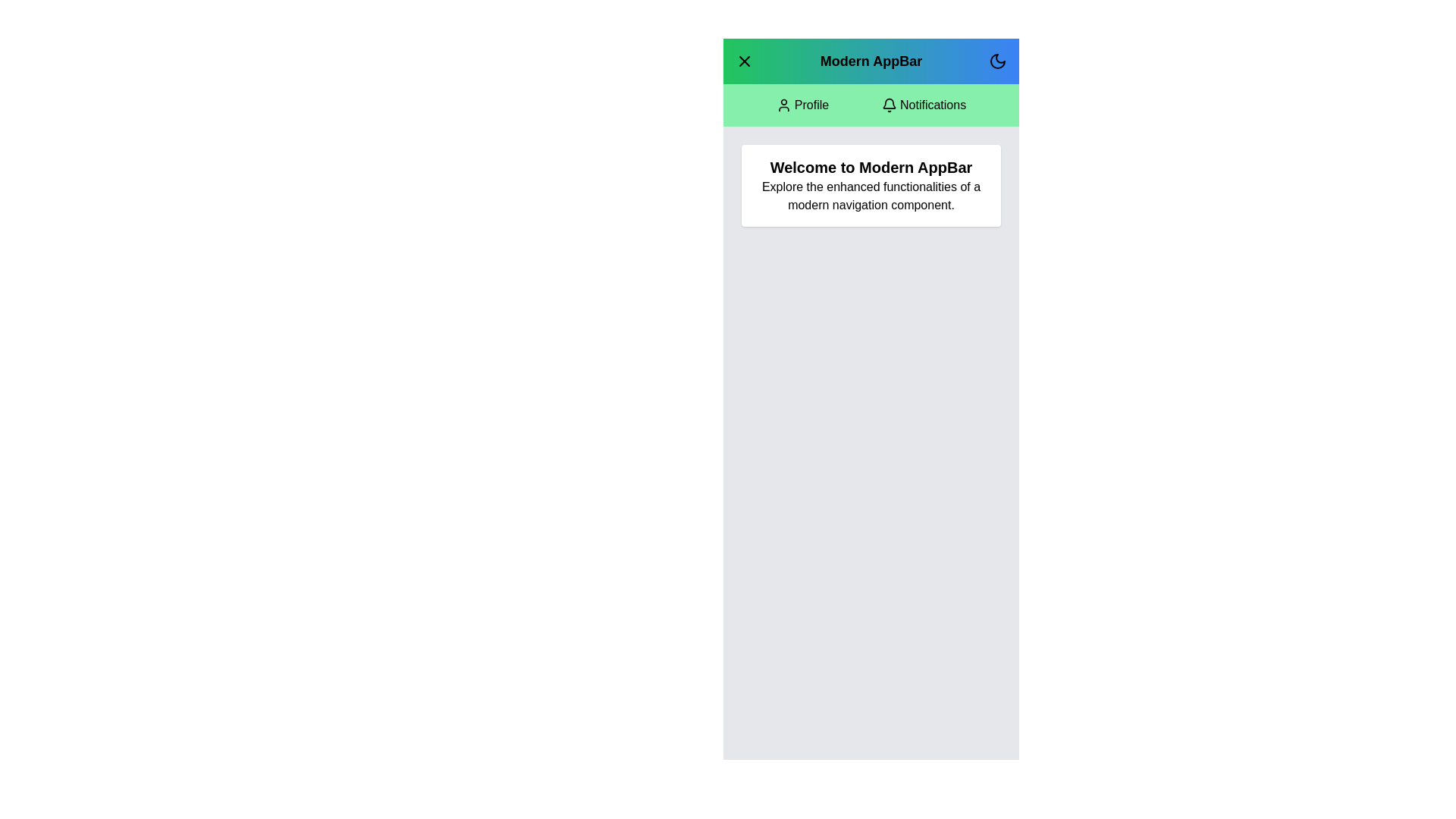 This screenshot has width=1456, height=819. I want to click on the menu toggle button to toggle the menu visibility, so click(745, 61).